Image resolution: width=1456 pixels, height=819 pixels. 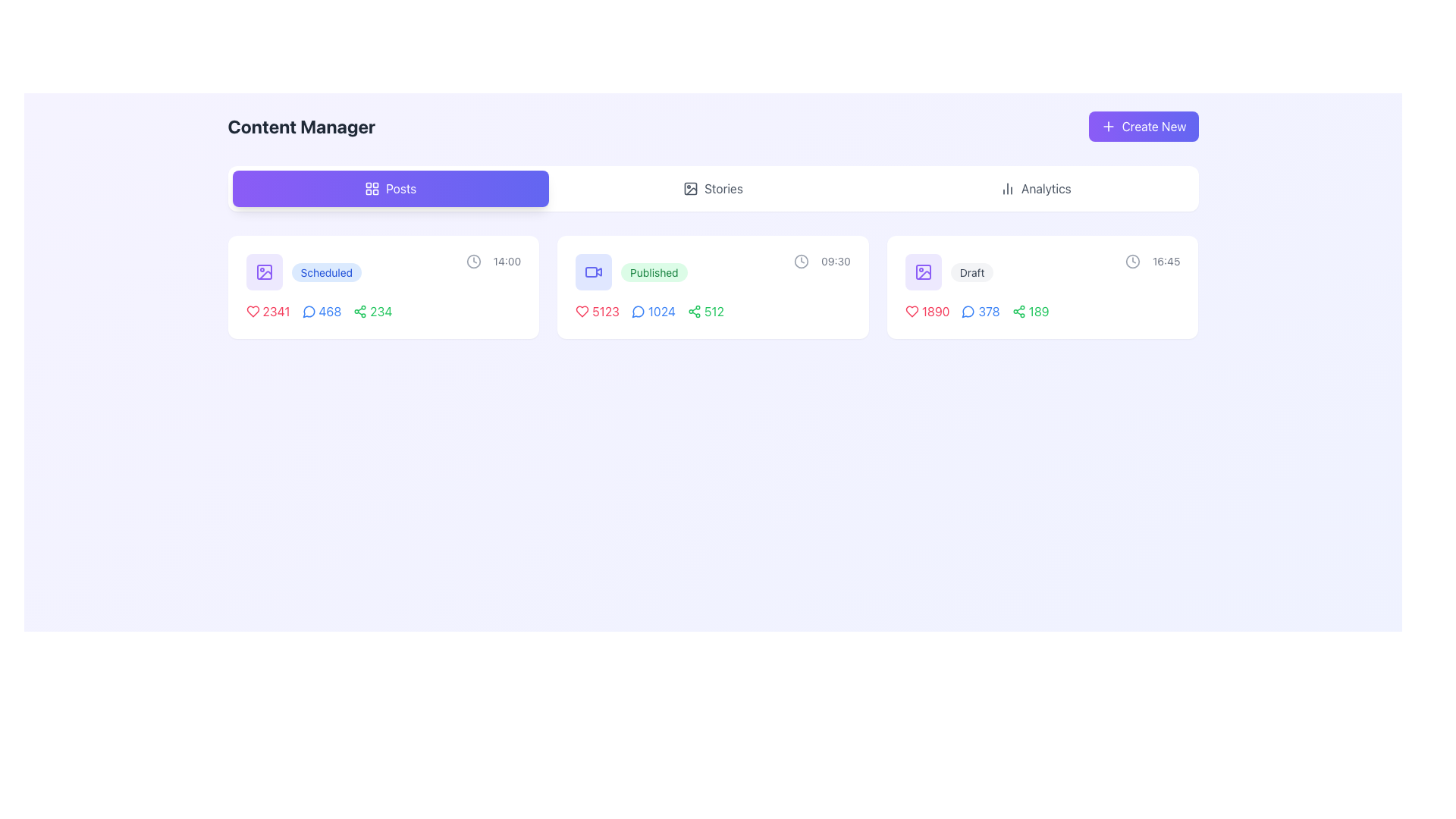 I want to click on the rectangular button labeled 'Posts' with a gradient background from violet to indigo, located directly beneath the 'Content Manager' label, so click(x=391, y=188).